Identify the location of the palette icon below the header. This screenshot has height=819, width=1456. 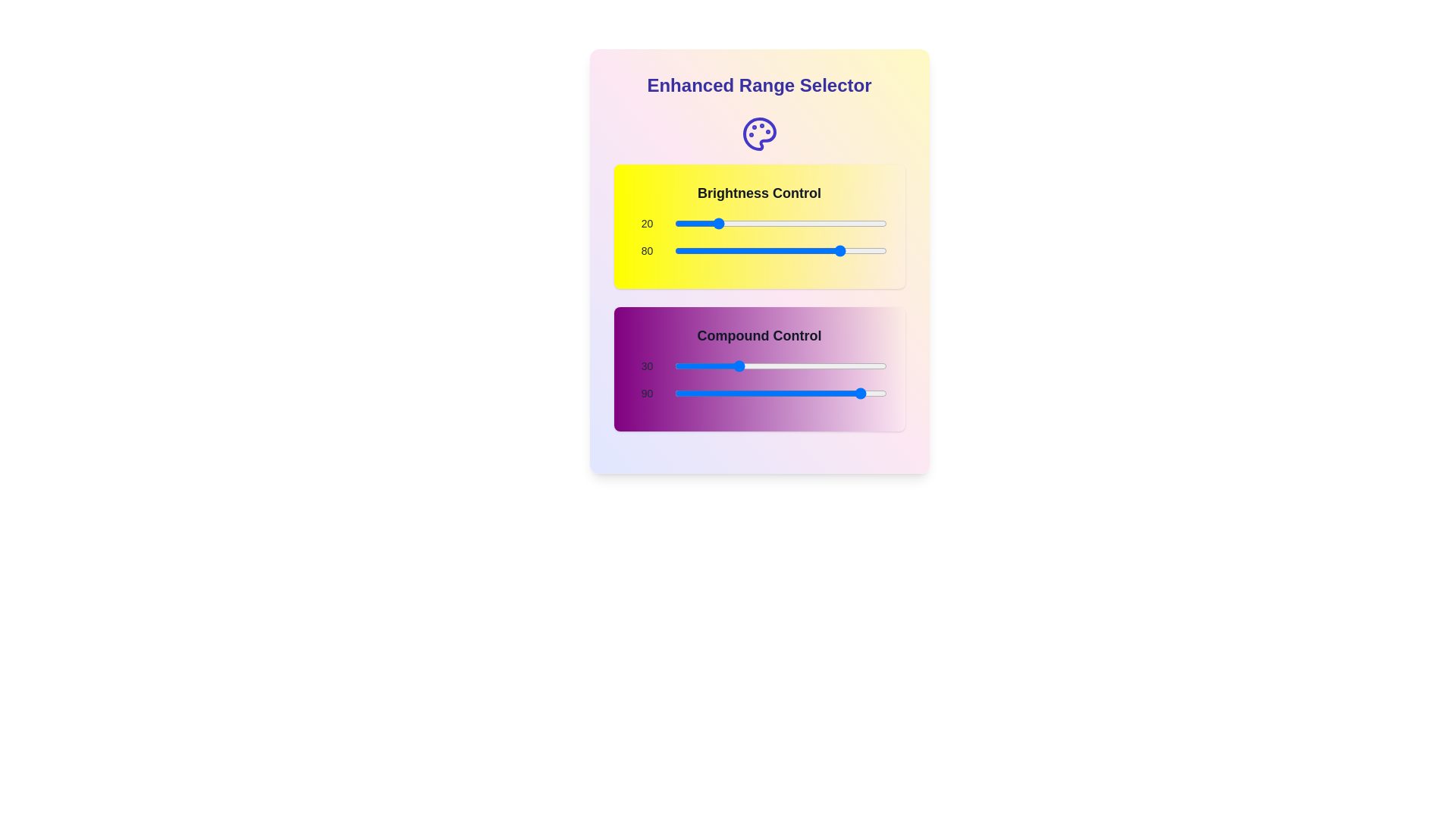
(759, 133).